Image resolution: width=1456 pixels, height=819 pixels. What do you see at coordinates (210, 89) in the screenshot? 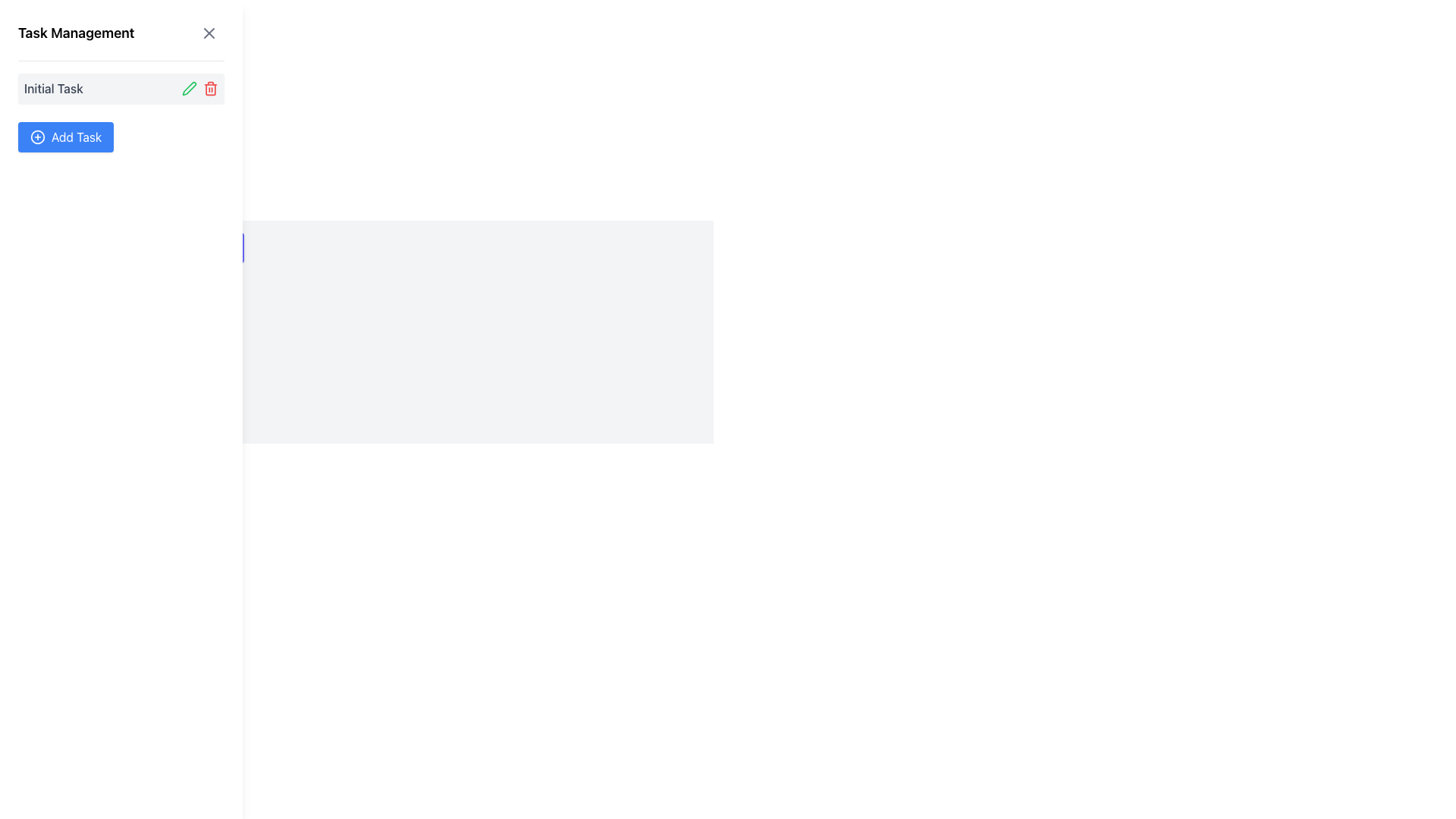
I see `the trash bin icon element that signifies deletion or removal, located on the right side of the task management interface` at bounding box center [210, 89].